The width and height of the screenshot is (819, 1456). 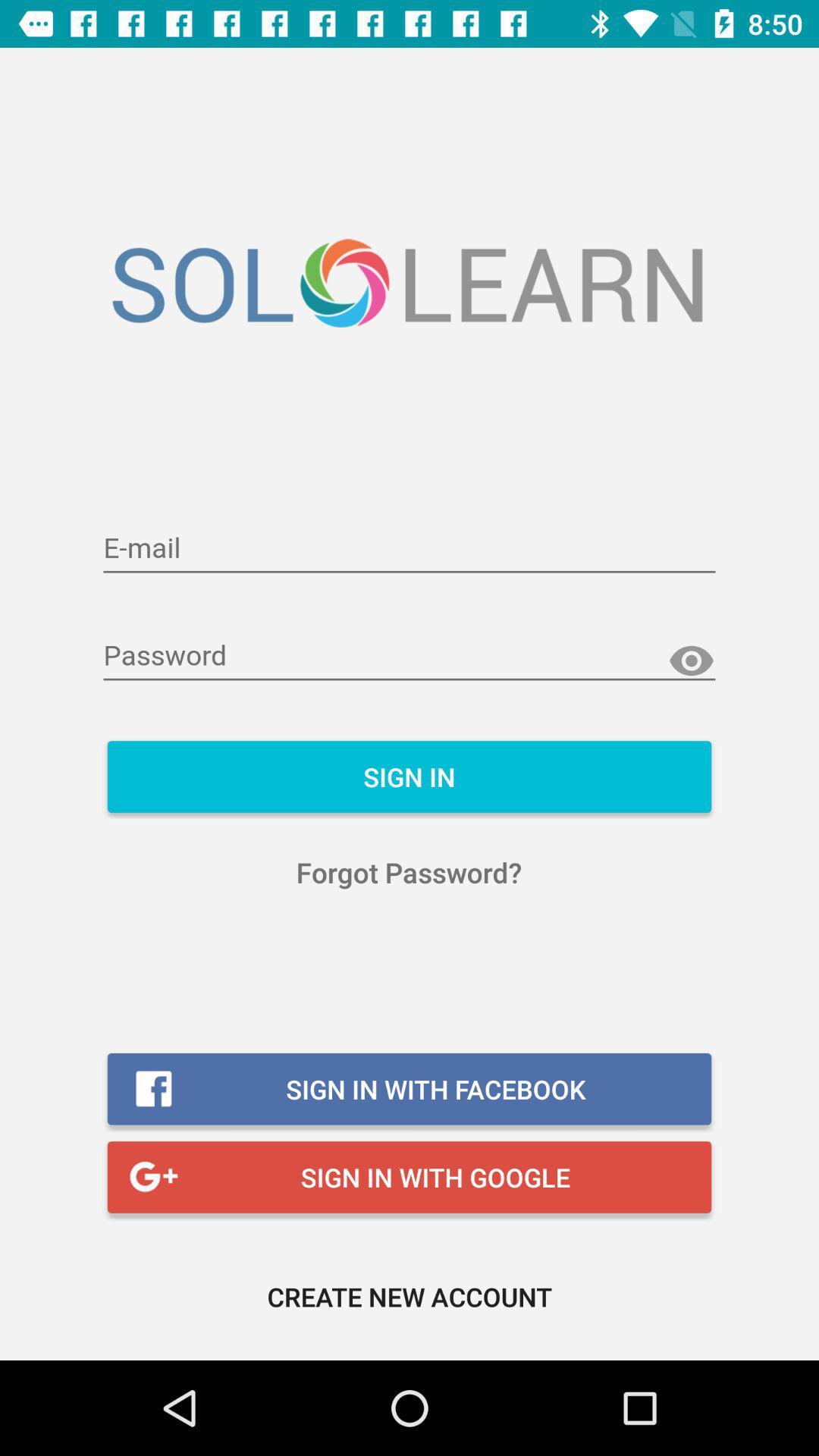 I want to click on write email, so click(x=409, y=548).